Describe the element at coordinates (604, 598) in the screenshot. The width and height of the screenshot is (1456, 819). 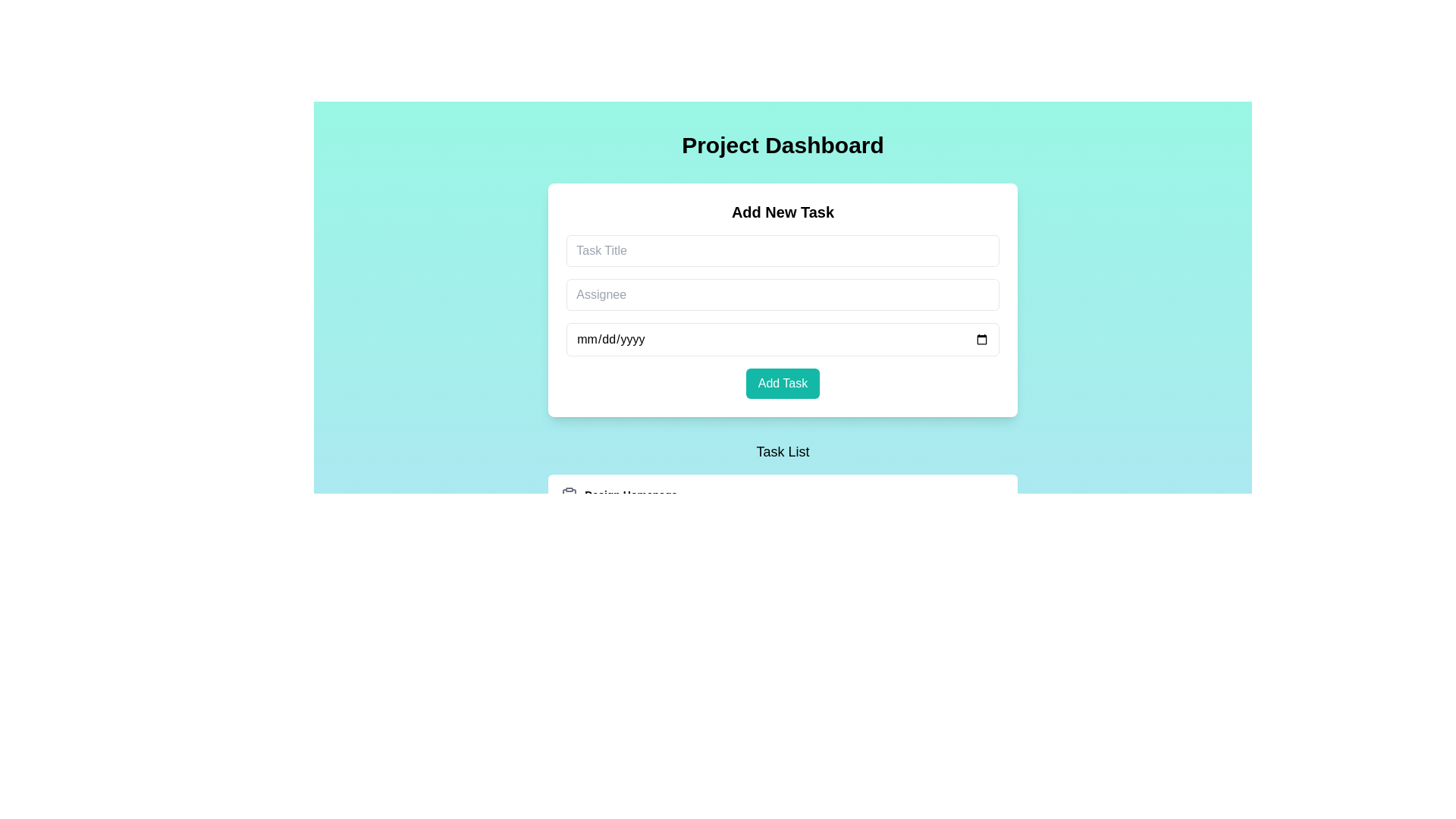
I see `the task title in the task display card` at that location.